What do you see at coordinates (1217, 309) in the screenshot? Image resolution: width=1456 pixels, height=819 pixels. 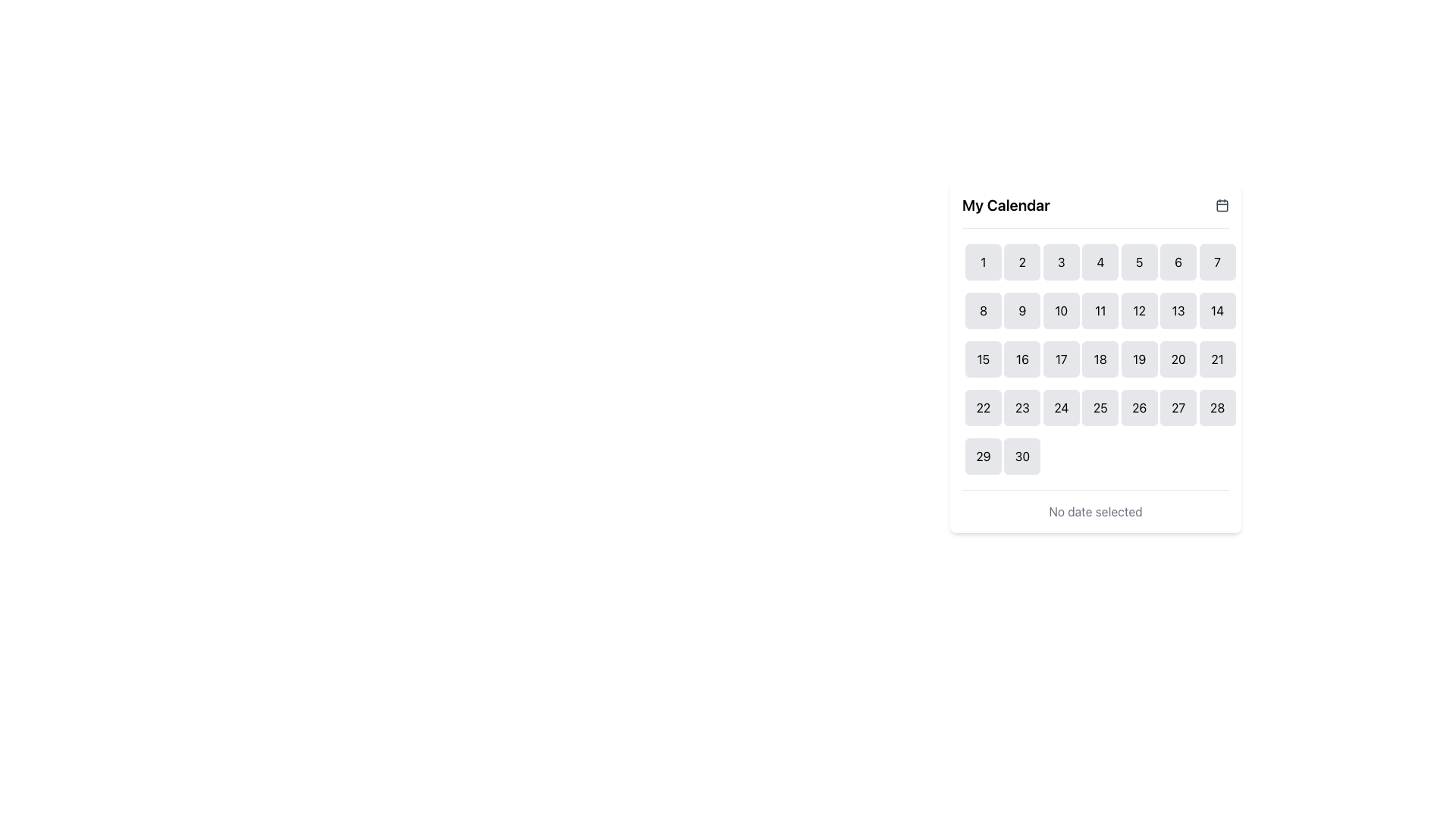 I see `the button representing the 14th day in the calendar interface` at bounding box center [1217, 309].